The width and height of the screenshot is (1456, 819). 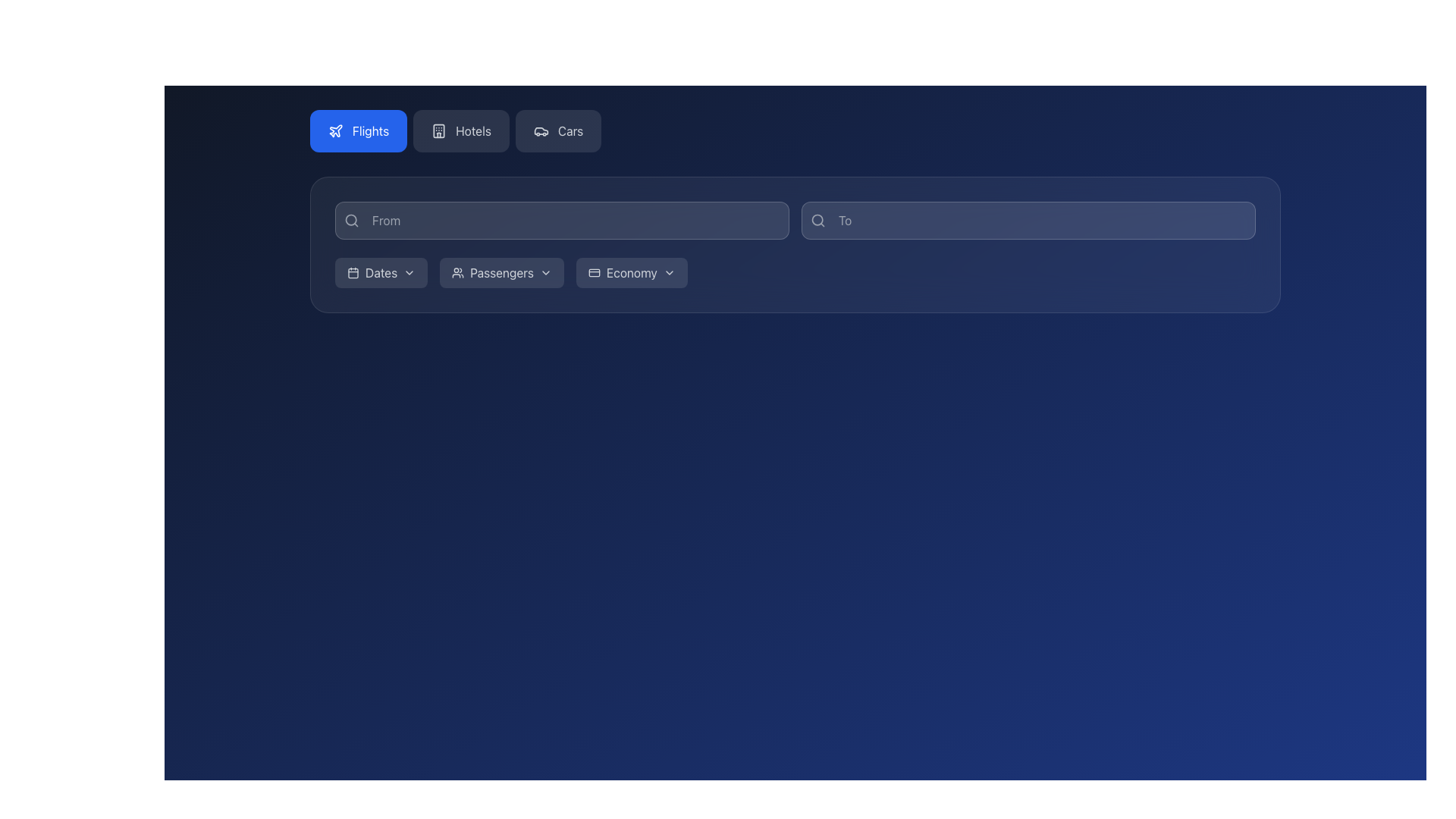 What do you see at coordinates (546, 271) in the screenshot?
I see `the downward-pointing chevron icon next to the 'Passengers' button, which is styled in gray and has a triangular design` at bounding box center [546, 271].